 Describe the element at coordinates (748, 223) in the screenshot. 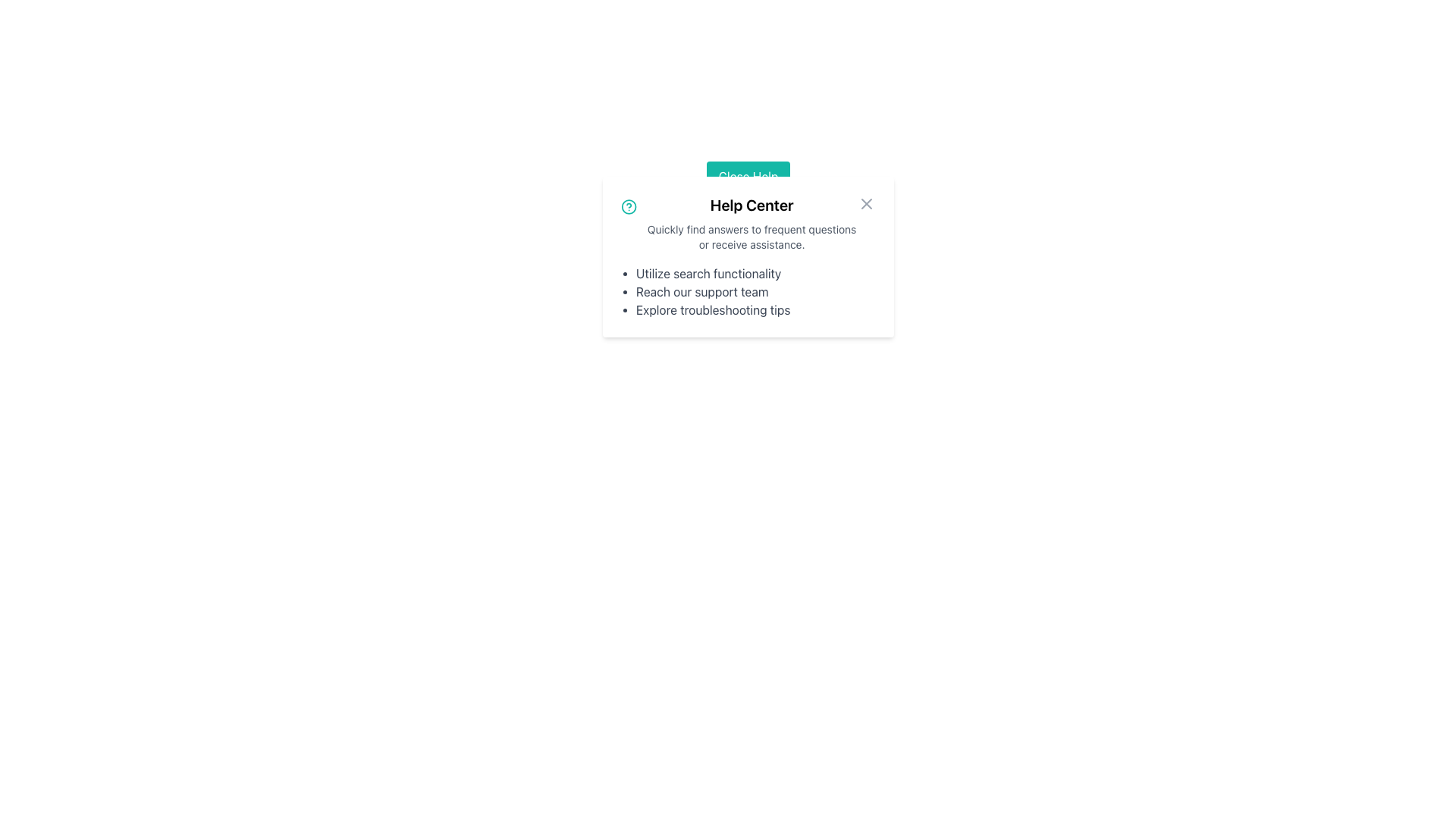

I see `the 'Help Center' informational section to read the content, which includes the bold title and descriptive text` at that location.